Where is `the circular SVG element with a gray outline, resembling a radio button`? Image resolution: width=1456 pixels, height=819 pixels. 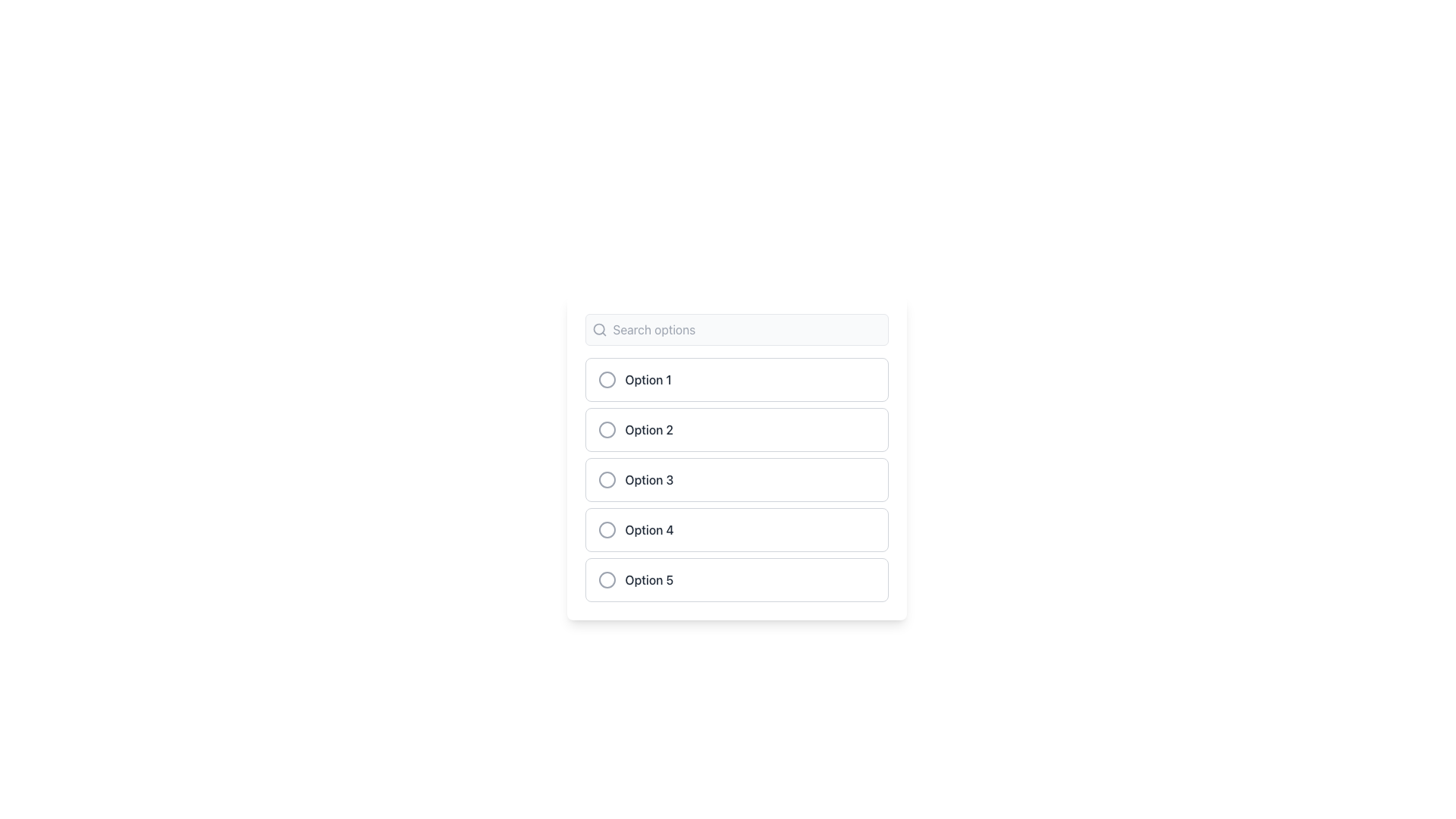 the circular SVG element with a gray outline, resembling a radio button is located at coordinates (607, 579).